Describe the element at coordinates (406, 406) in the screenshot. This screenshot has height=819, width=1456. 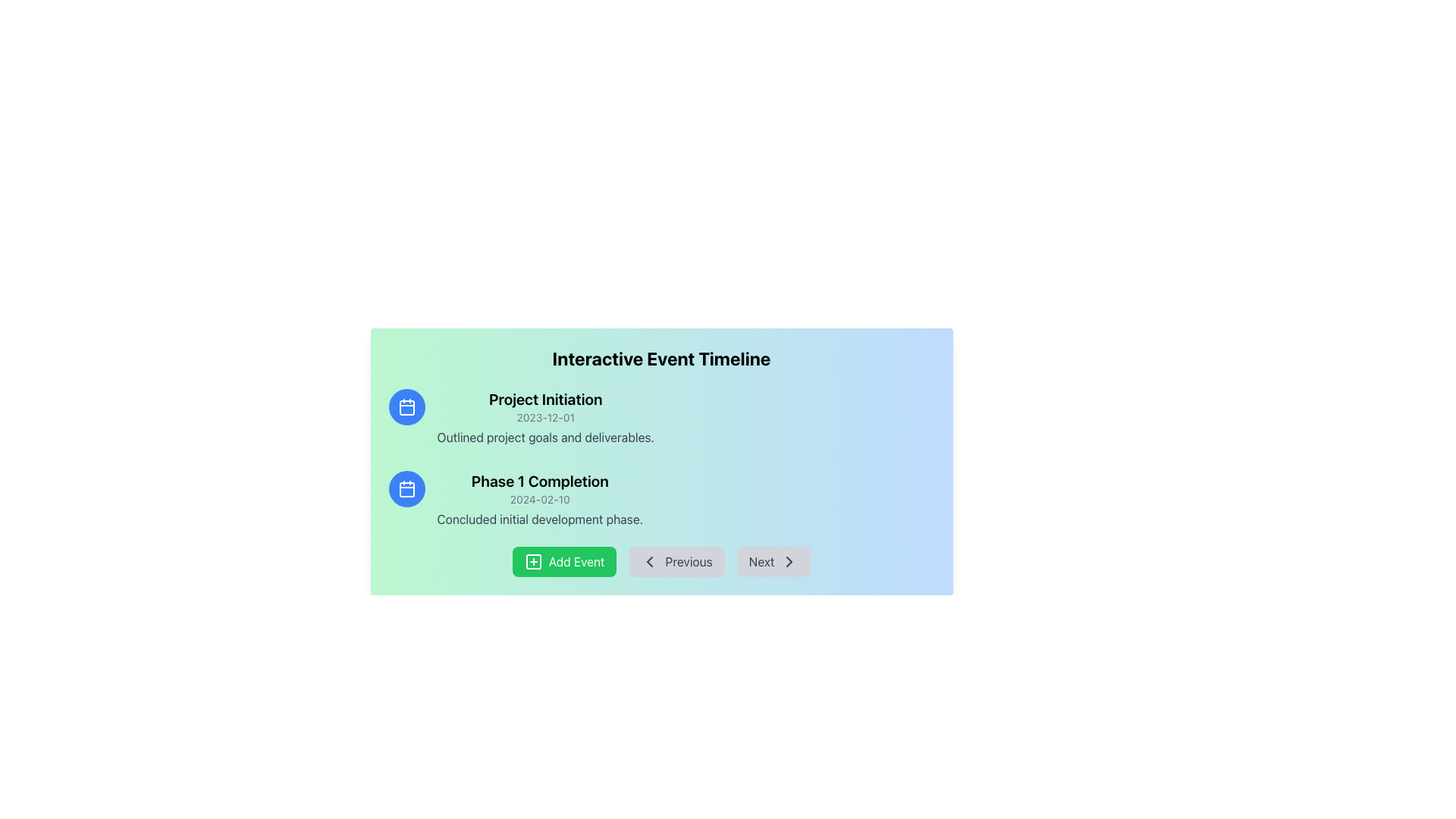
I see `the calendar date or event icon located on the left side of the 'Project Initiation' section, which is the first icon in a vertically-aligned list` at that location.